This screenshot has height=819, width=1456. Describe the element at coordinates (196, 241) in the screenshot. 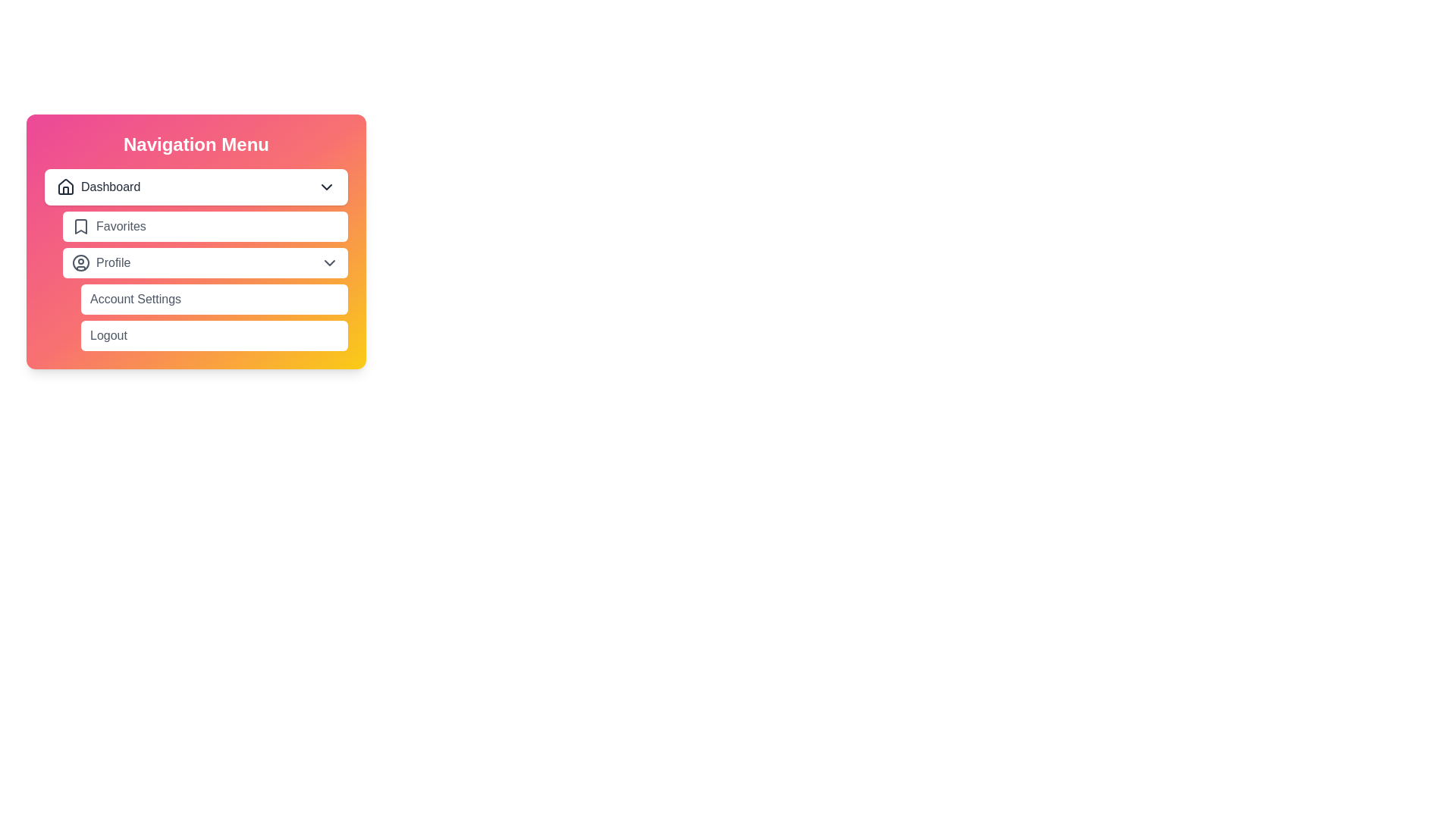

I see `the 'Favorites' button, which is the second button in the vertical navigation menu` at that location.